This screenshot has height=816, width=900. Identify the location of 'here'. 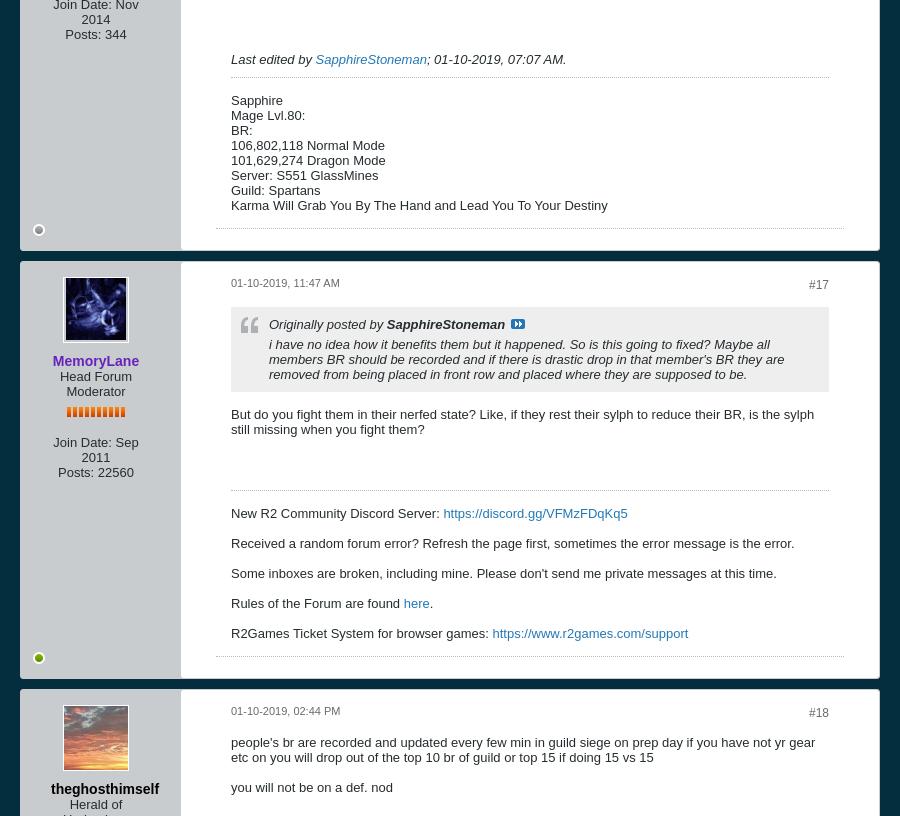
(415, 602).